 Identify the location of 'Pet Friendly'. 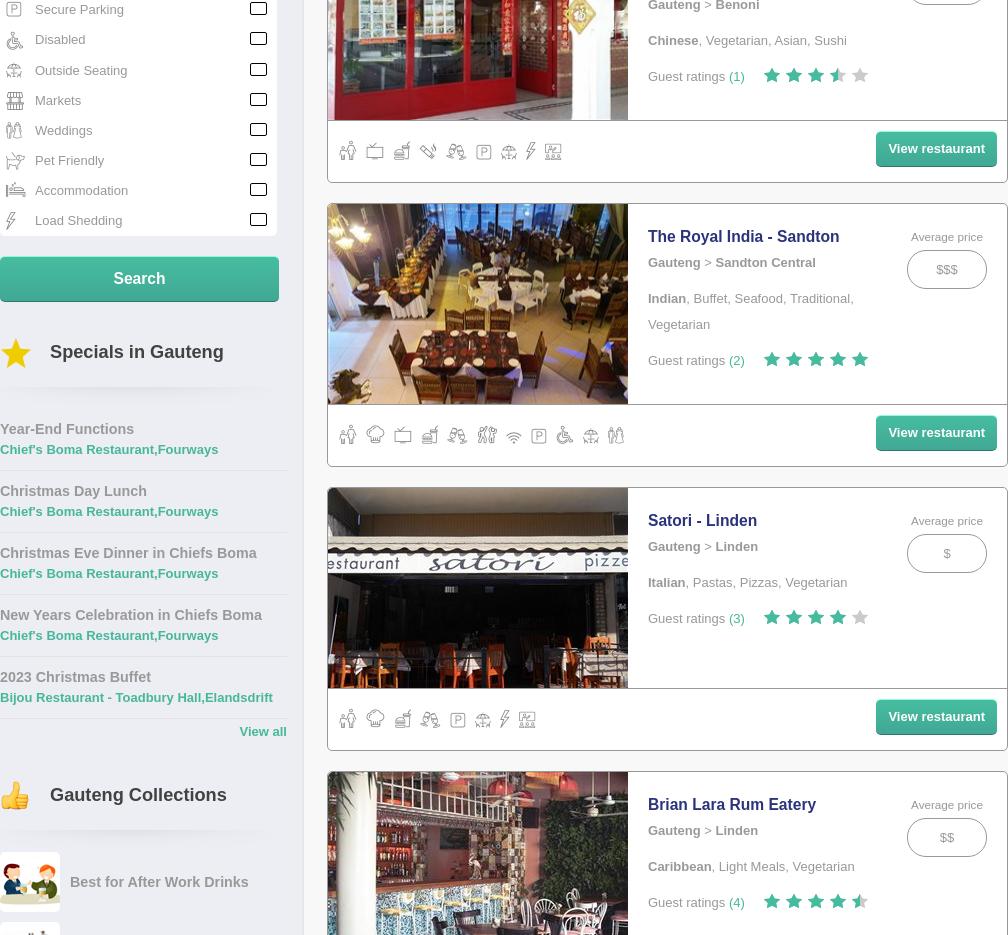
(69, 160).